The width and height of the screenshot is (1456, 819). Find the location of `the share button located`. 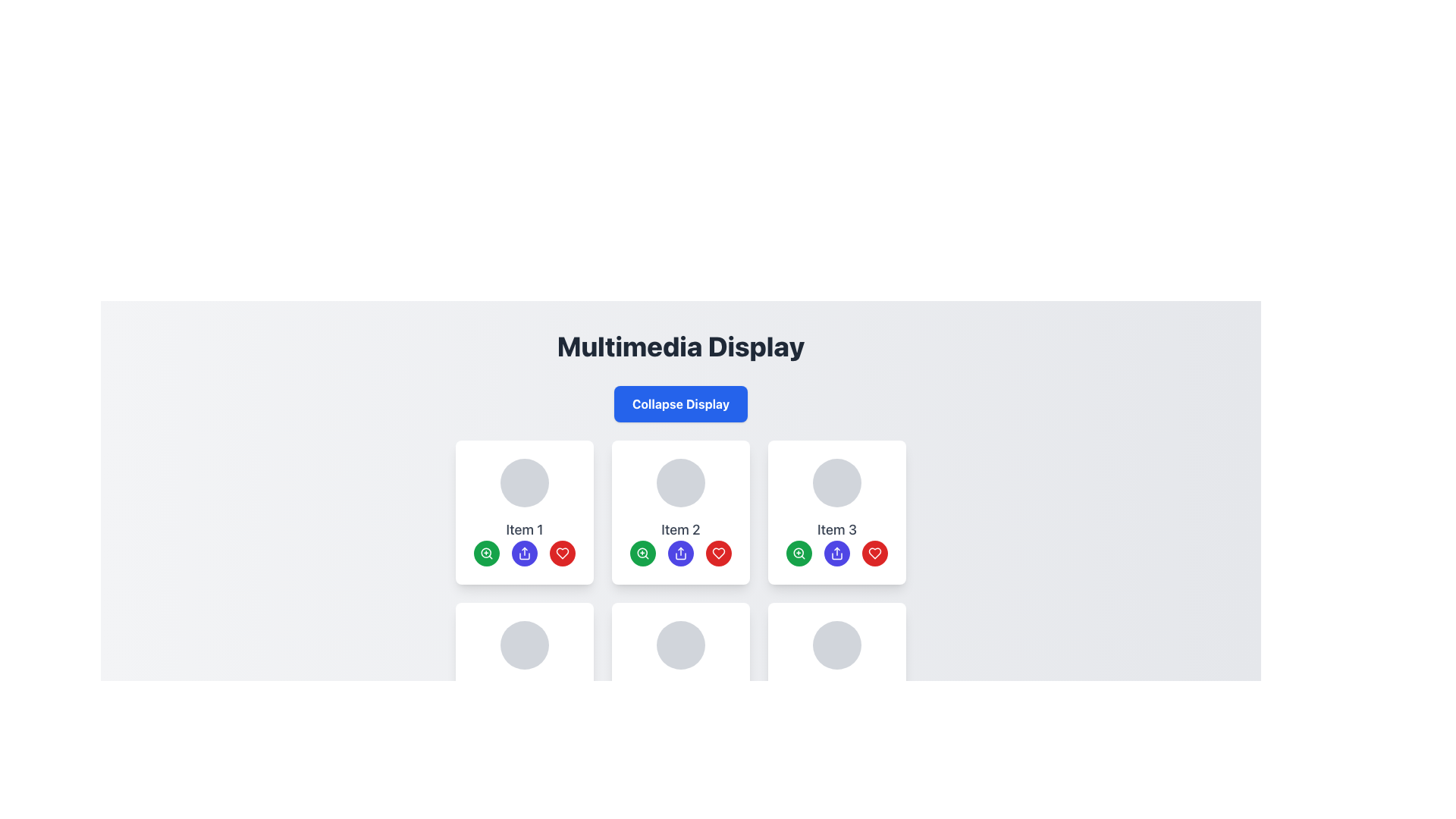

the share button located is located at coordinates (524, 553).